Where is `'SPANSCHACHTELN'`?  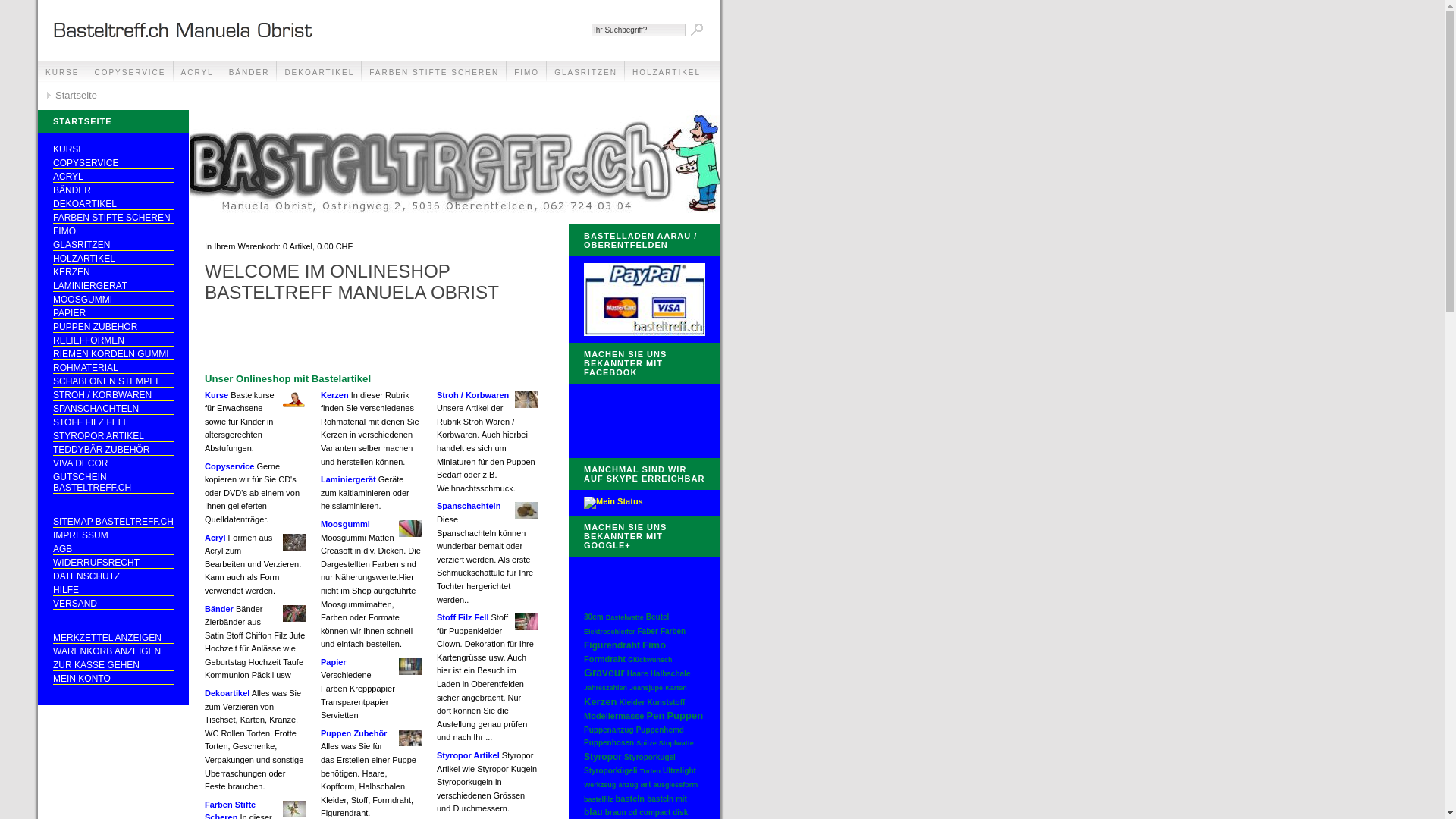
'SPANSCHACHTELN' is located at coordinates (53, 408).